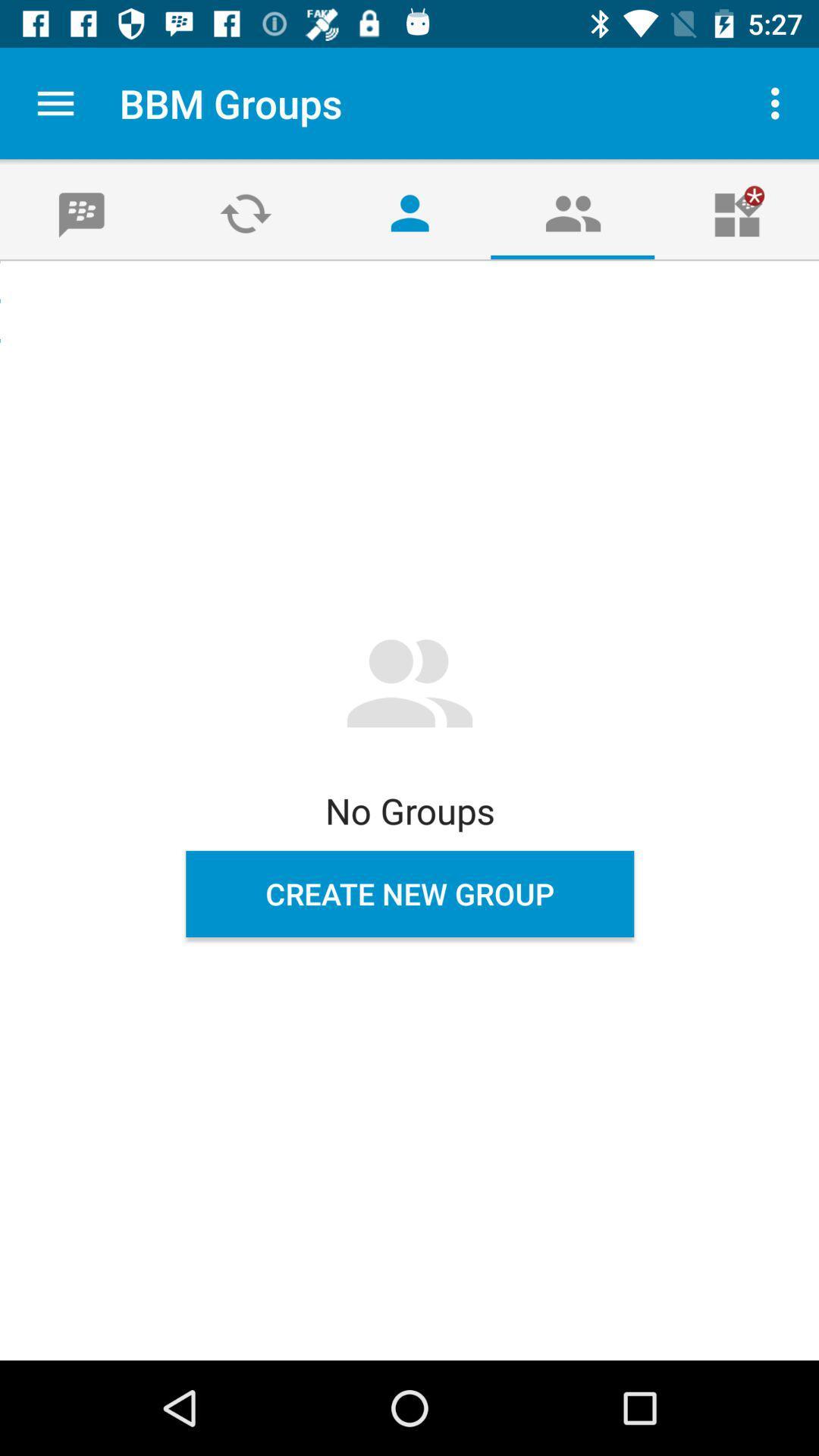 The width and height of the screenshot is (819, 1456). Describe the element at coordinates (409, 894) in the screenshot. I see `create new group icon` at that location.